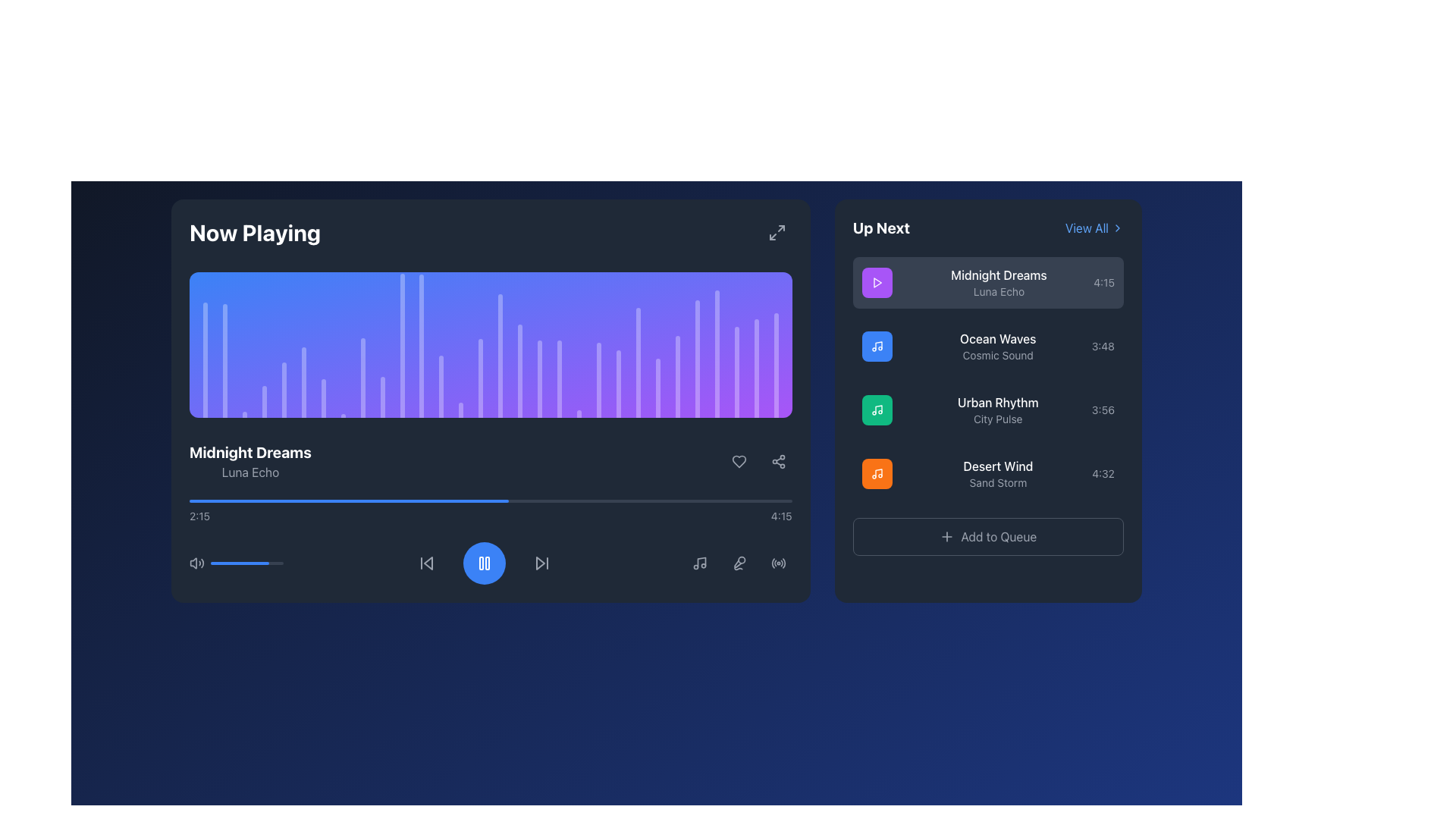 This screenshot has height=819, width=1456. Describe the element at coordinates (484, 563) in the screenshot. I see `the centrally located blue pause button in the player control bar` at that location.